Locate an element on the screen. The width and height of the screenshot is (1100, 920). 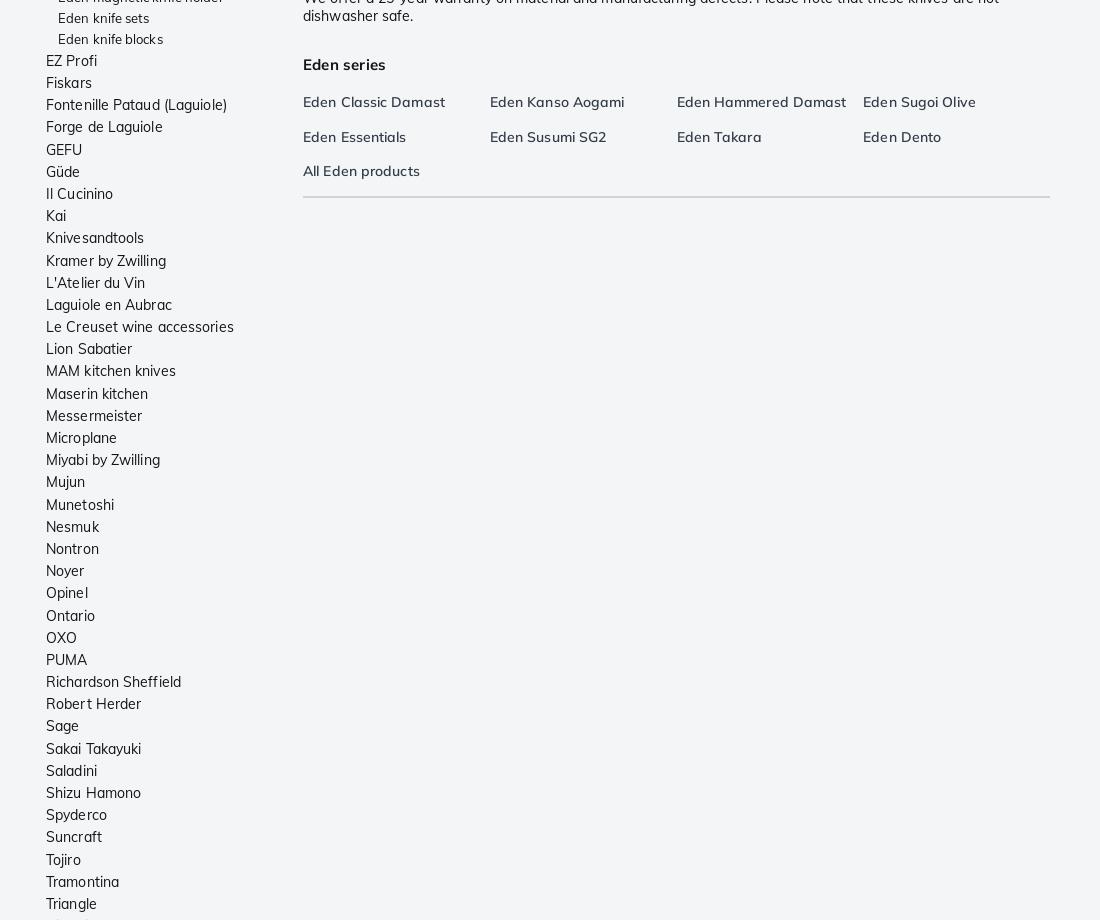
'All Eden products' is located at coordinates (361, 169).